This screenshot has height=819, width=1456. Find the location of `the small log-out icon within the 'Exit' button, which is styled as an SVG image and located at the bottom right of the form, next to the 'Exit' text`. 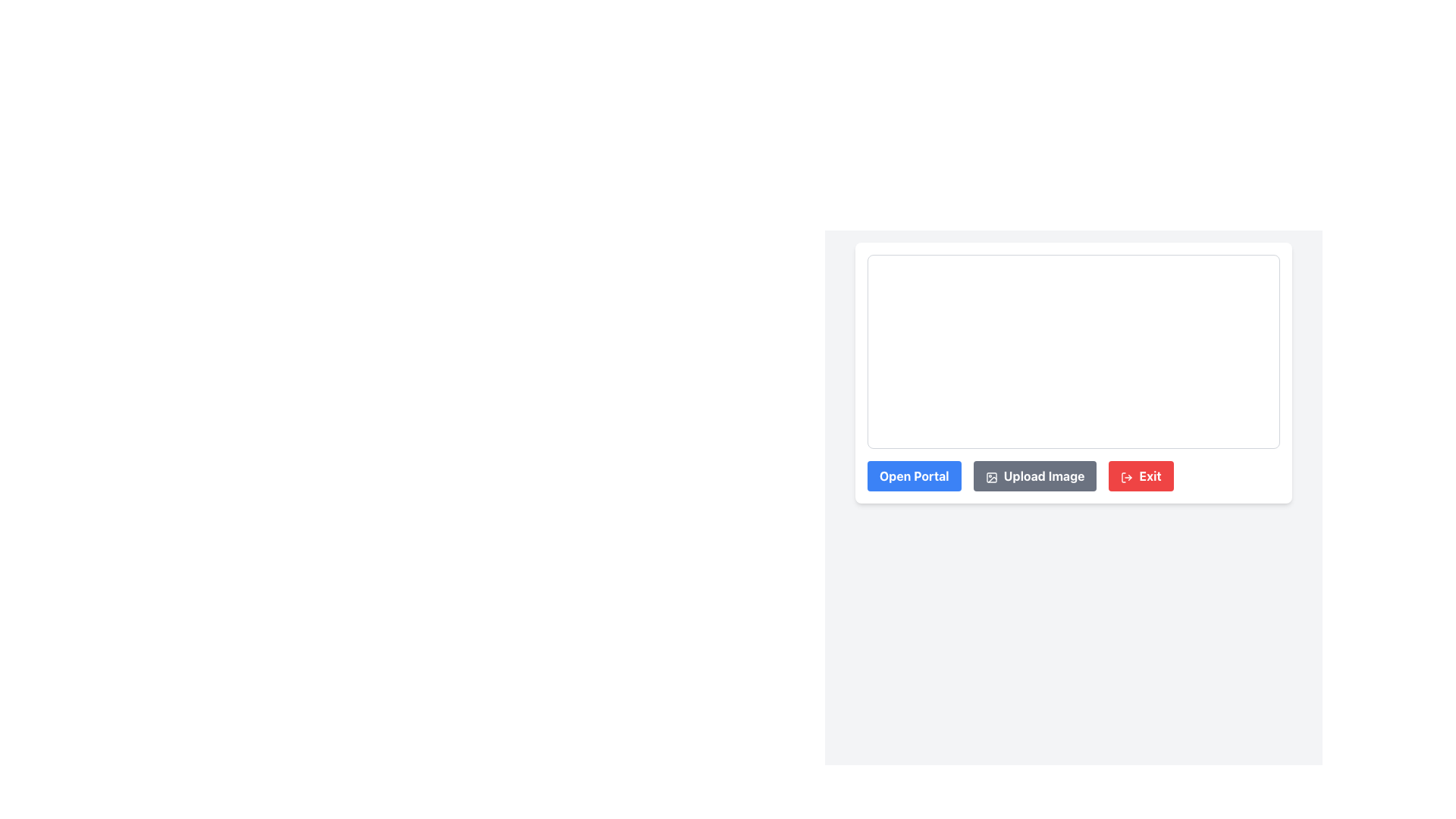

the small log-out icon within the 'Exit' button, which is styled as an SVG image and located at the bottom right of the form, next to the 'Exit' text is located at coordinates (1127, 476).